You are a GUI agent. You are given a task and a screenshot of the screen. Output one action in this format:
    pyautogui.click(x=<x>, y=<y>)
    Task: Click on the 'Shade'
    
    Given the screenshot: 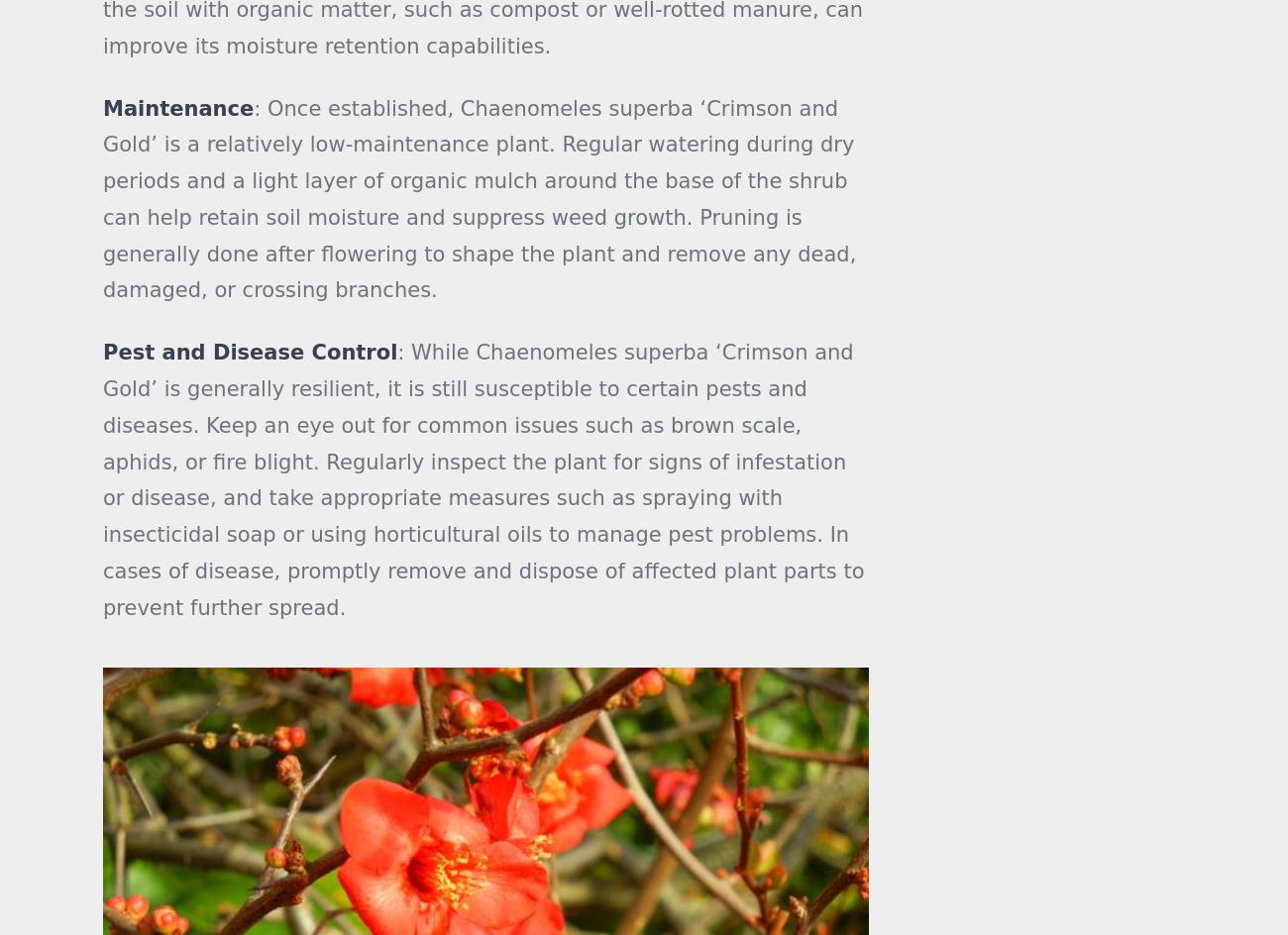 What is the action you would take?
    pyautogui.click(x=905, y=48)
    